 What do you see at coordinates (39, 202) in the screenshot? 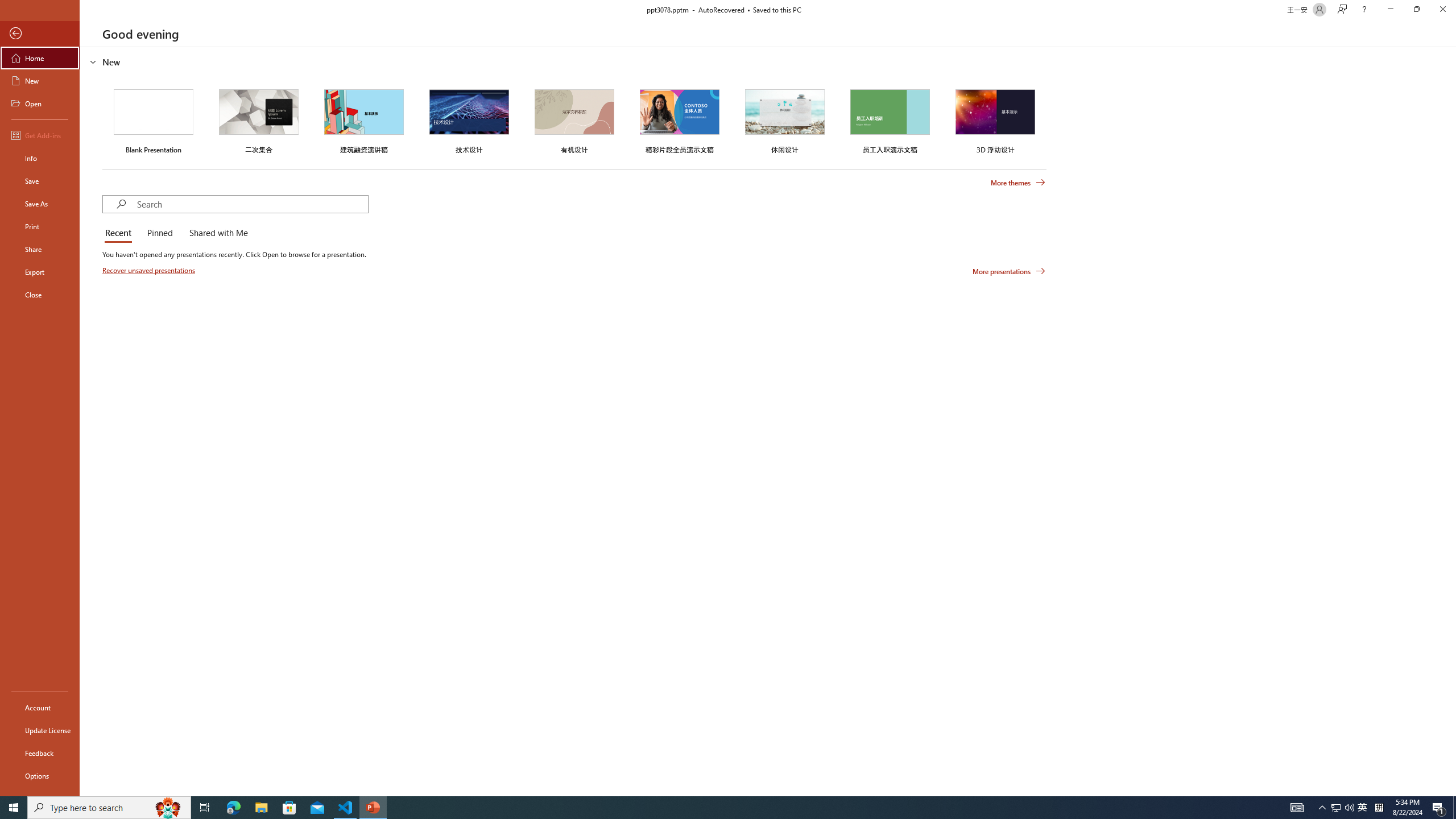
I see `'Save As'` at bounding box center [39, 202].